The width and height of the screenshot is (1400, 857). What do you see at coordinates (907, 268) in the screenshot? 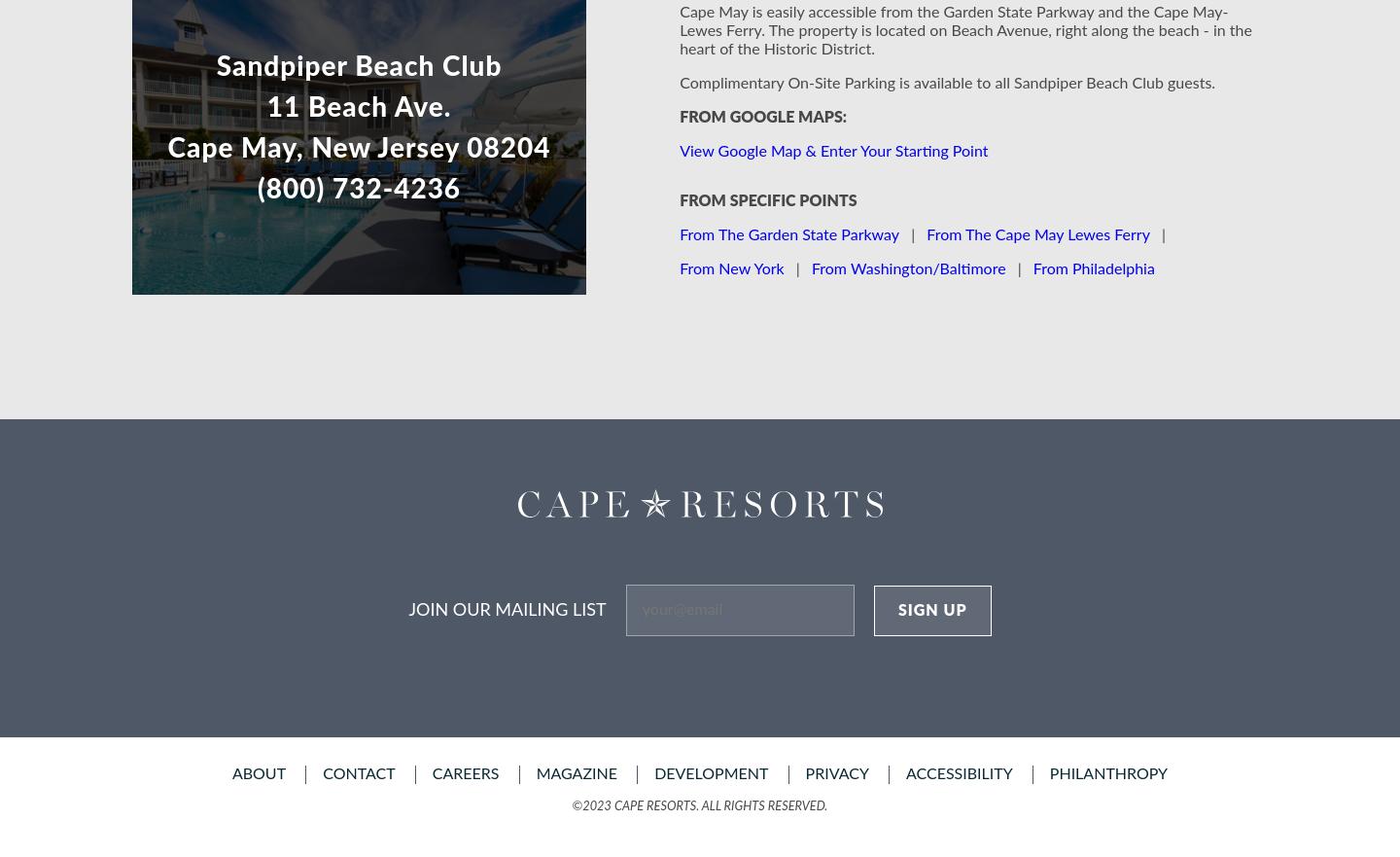
I see `'From Washington/Baltimore'` at bounding box center [907, 268].